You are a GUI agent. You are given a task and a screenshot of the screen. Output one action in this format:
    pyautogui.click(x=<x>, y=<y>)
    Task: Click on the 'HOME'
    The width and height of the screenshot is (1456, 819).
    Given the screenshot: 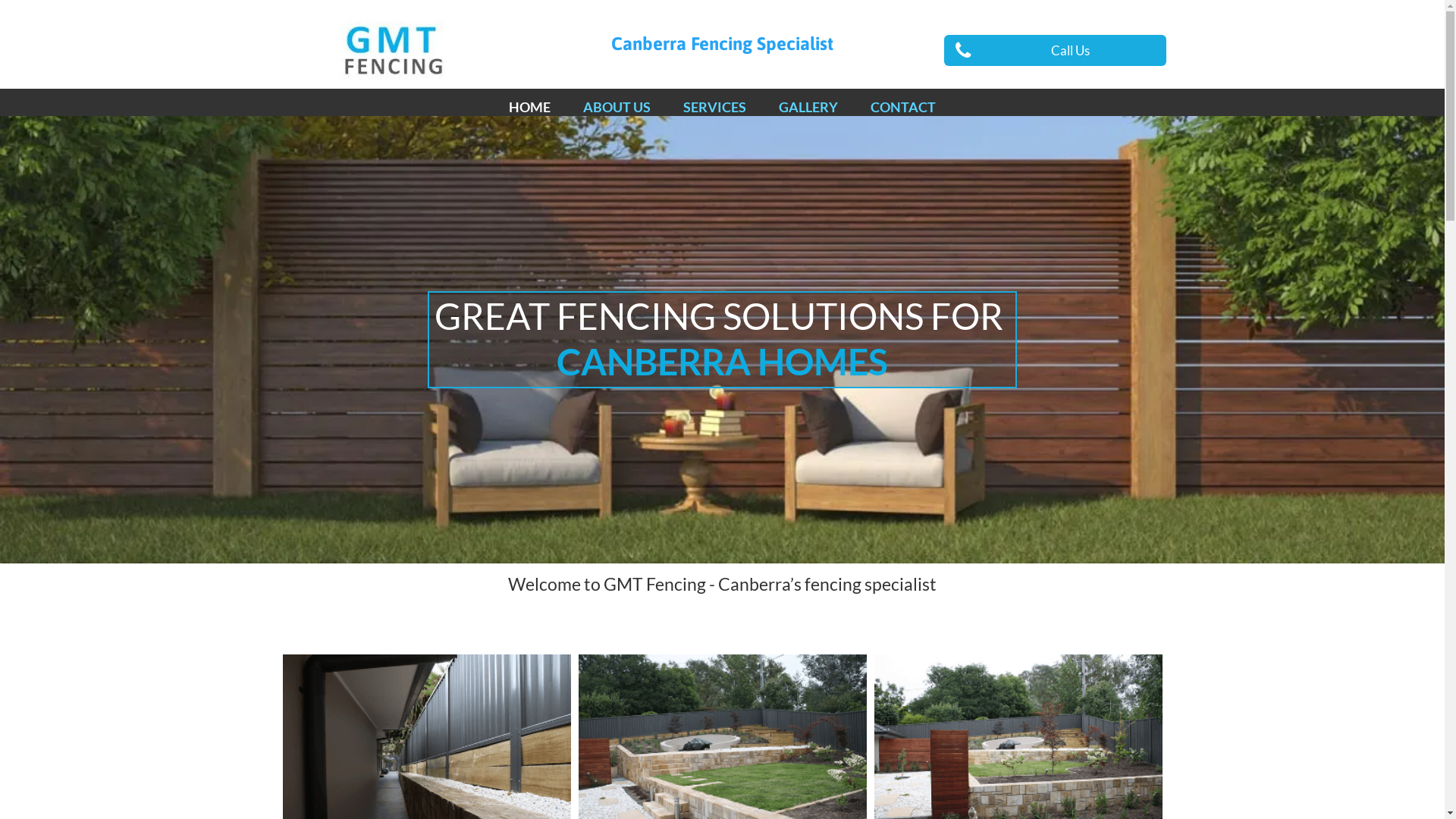 What is the action you would take?
    pyautogui.click(x=529, y=106)
    